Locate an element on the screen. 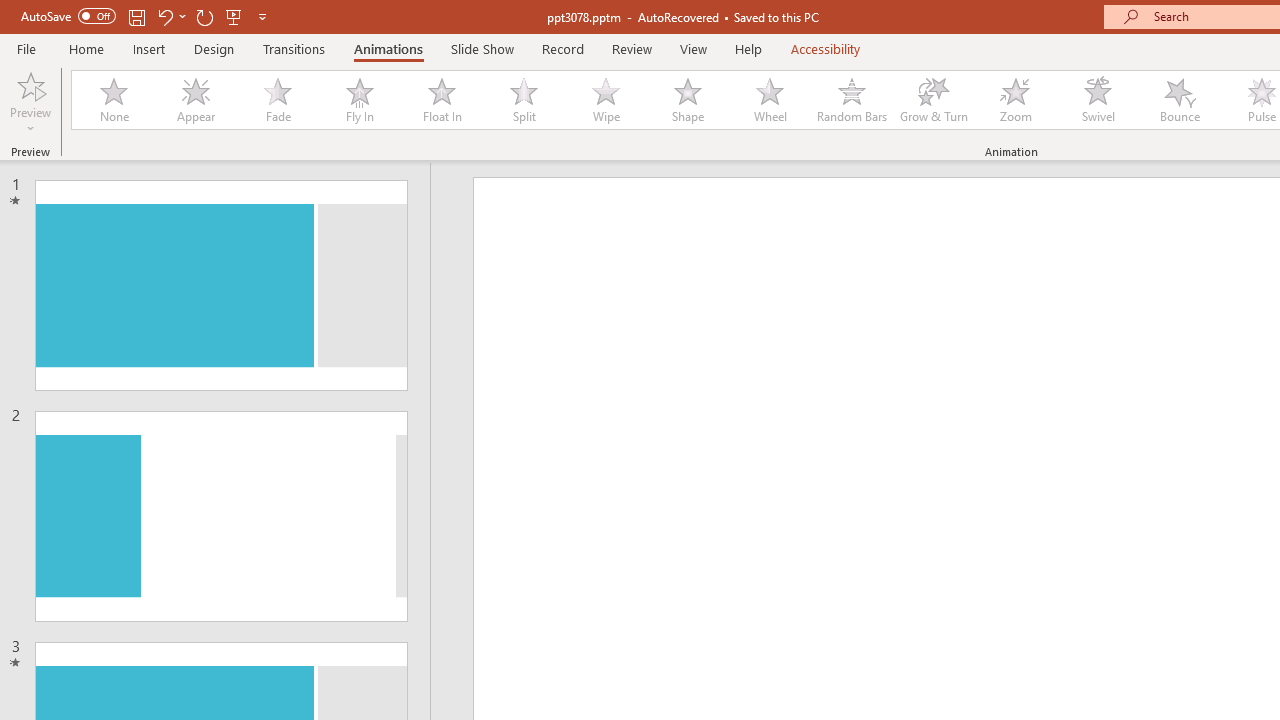  'Home' is located at coordinates (85, 48).